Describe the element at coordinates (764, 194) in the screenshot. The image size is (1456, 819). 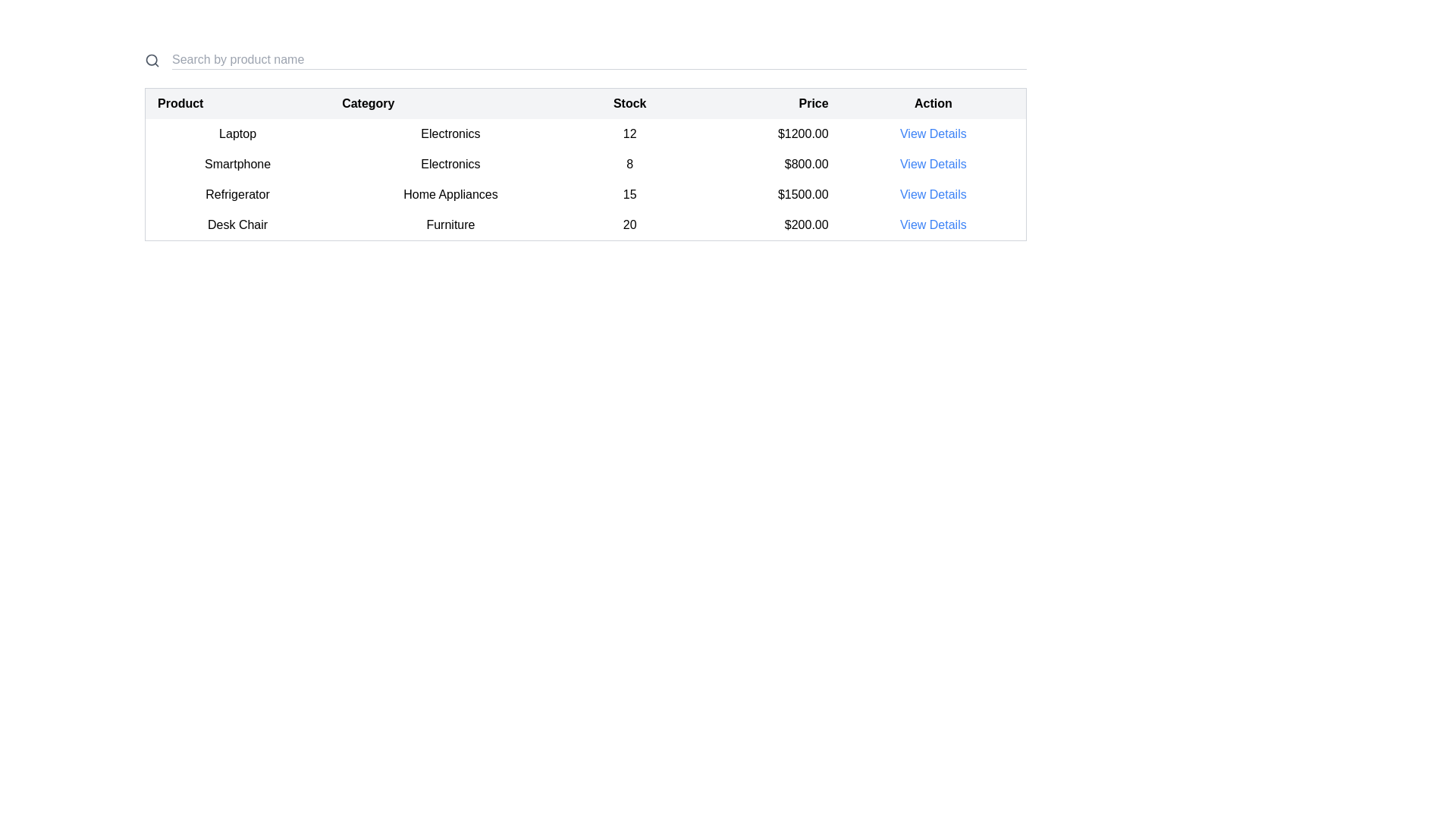
I see `the price display for the product 'Refrigerator' located in the fourth column of the third row of the table` at that location.